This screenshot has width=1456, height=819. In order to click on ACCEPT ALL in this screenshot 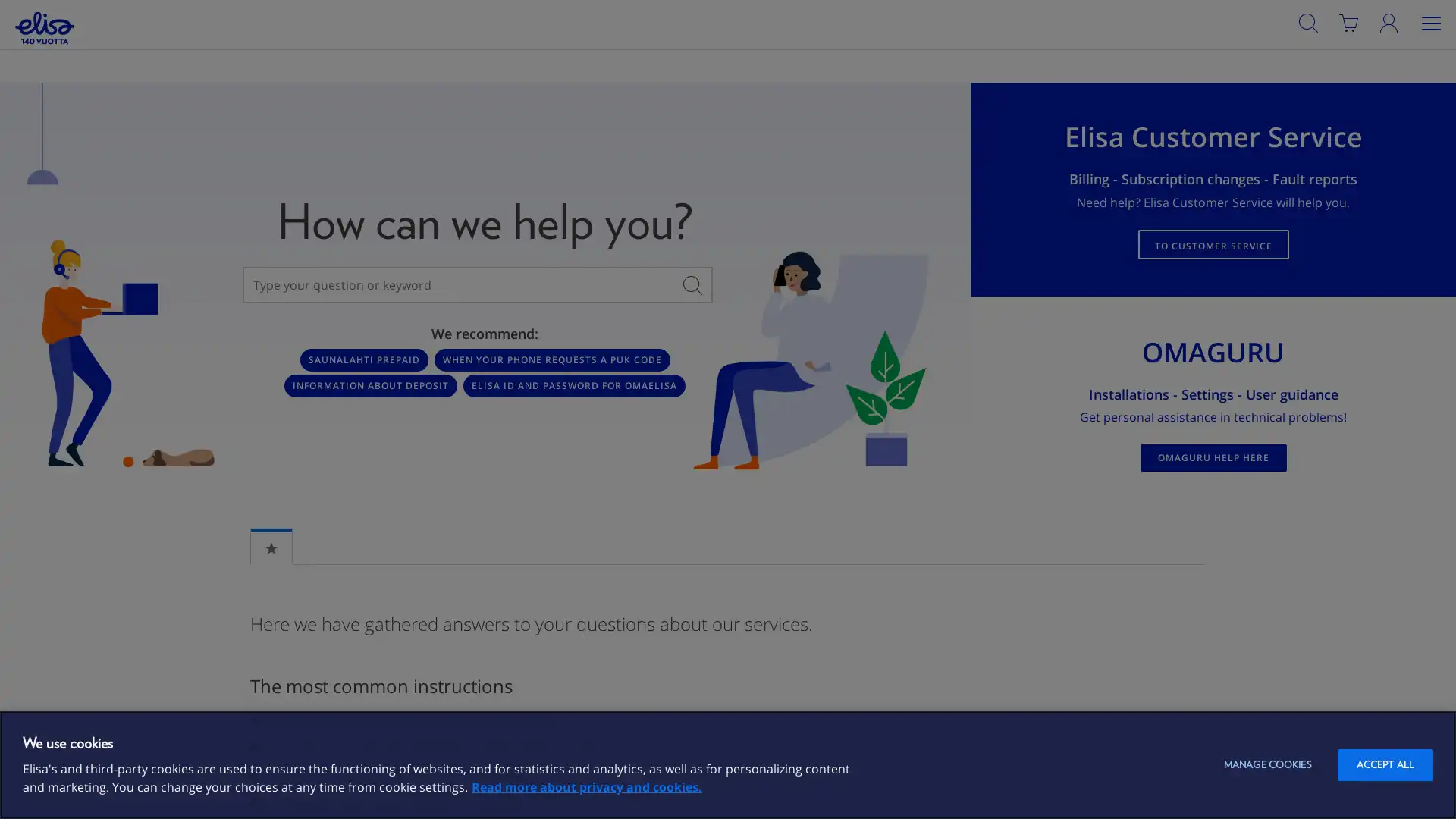, I will do `click(1385, 765)`.